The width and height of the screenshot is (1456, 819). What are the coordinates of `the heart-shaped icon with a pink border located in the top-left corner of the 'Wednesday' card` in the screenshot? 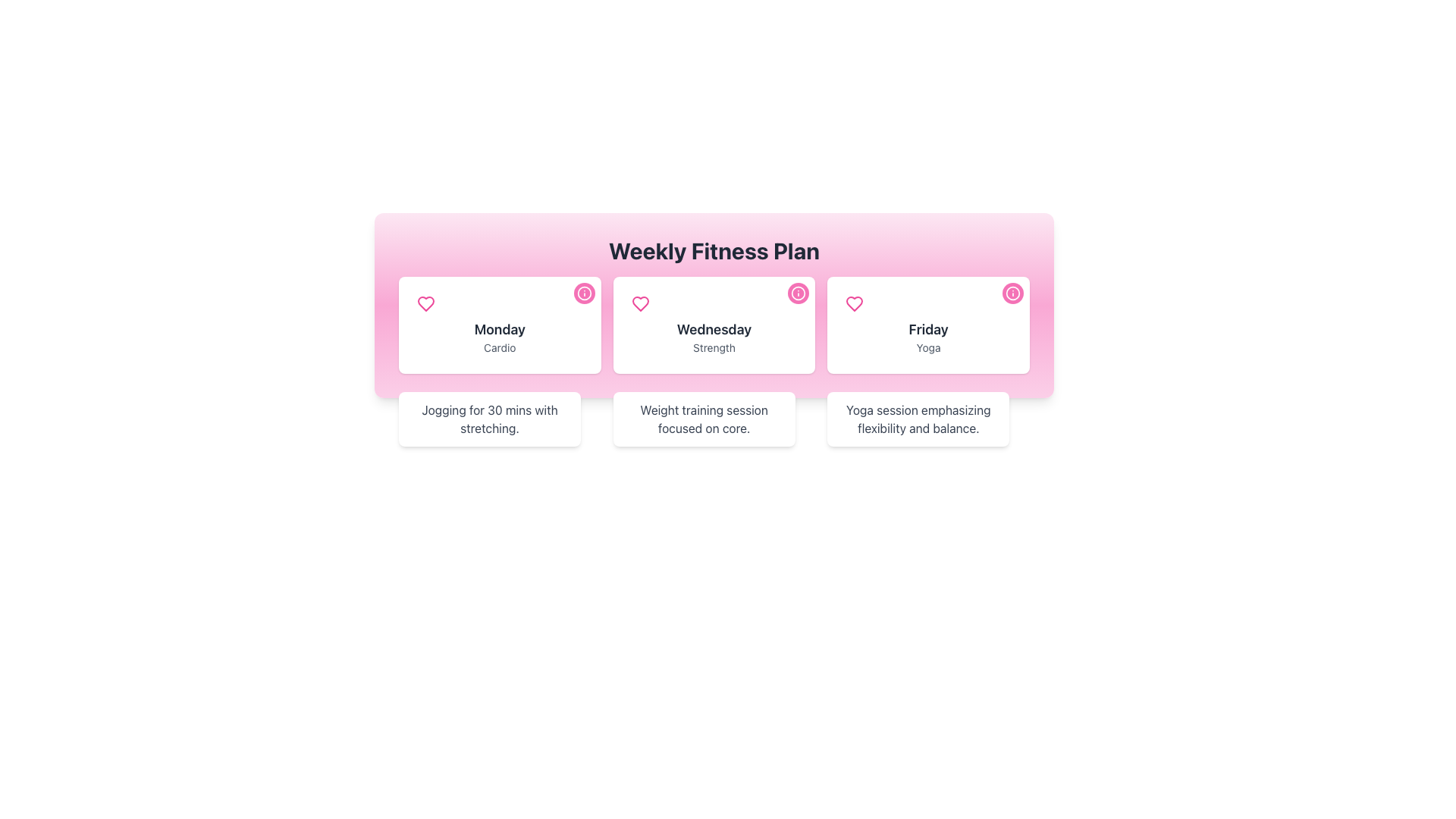 It's located at (640, 304).